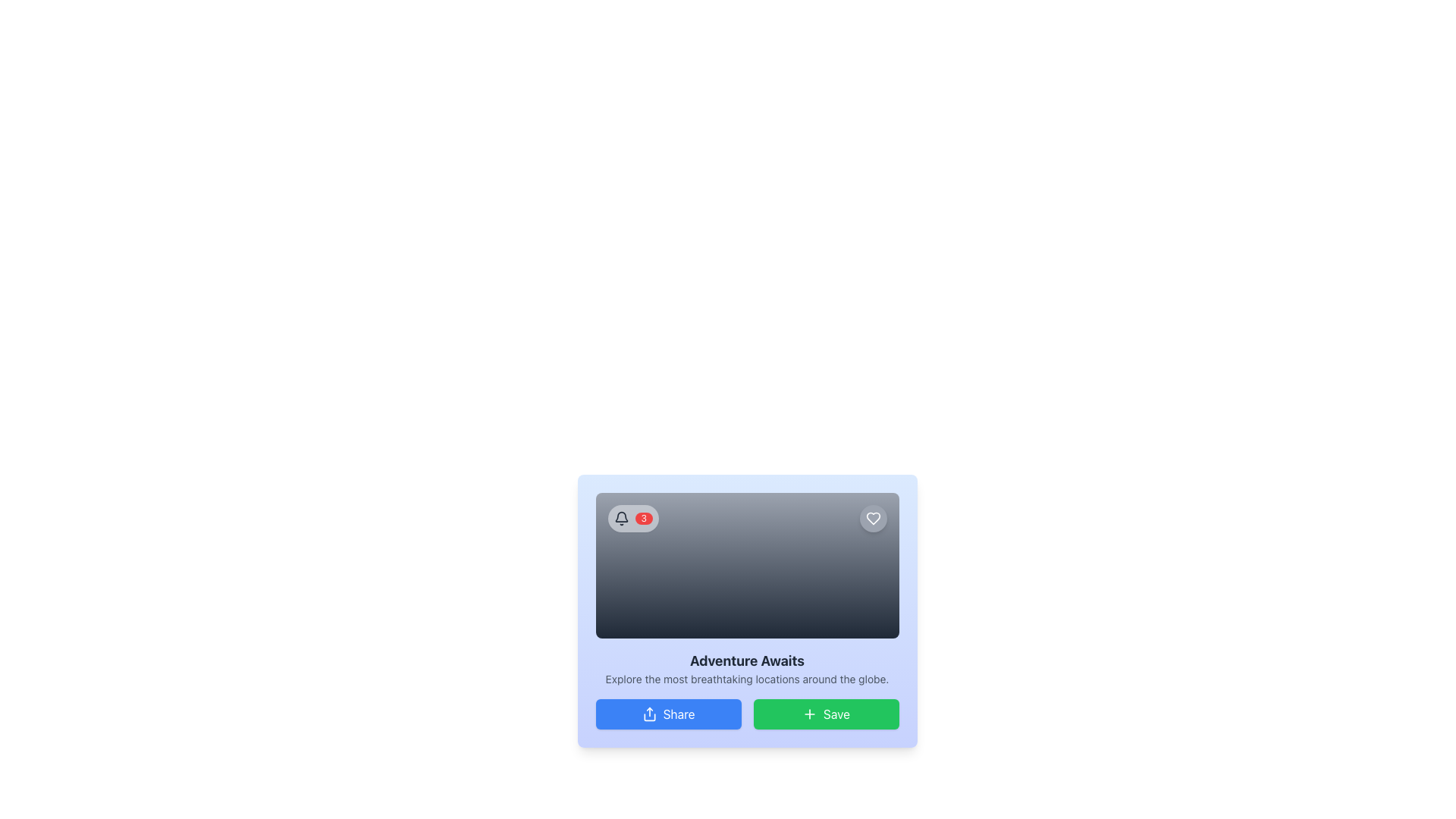 The height and width of the screenshot is (819, 1456). Describe the element at coordinates (873, 517) in the screenshot. I see `the circular button with a heart icon in the top-right corner of the card` at that location.